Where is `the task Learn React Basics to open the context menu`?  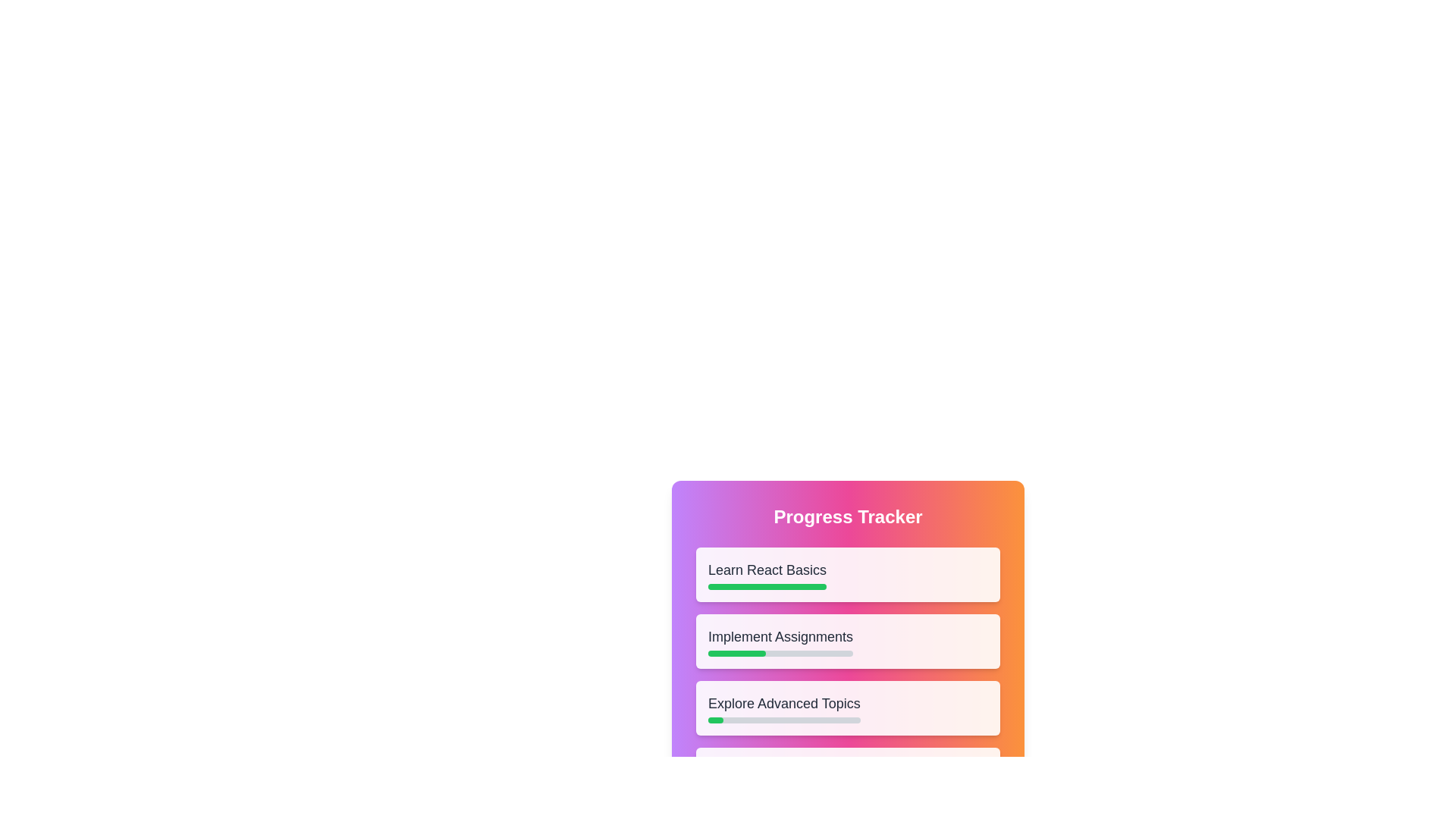
the task Learn React Basics to open the context menu is located at coordinates (847, 575).